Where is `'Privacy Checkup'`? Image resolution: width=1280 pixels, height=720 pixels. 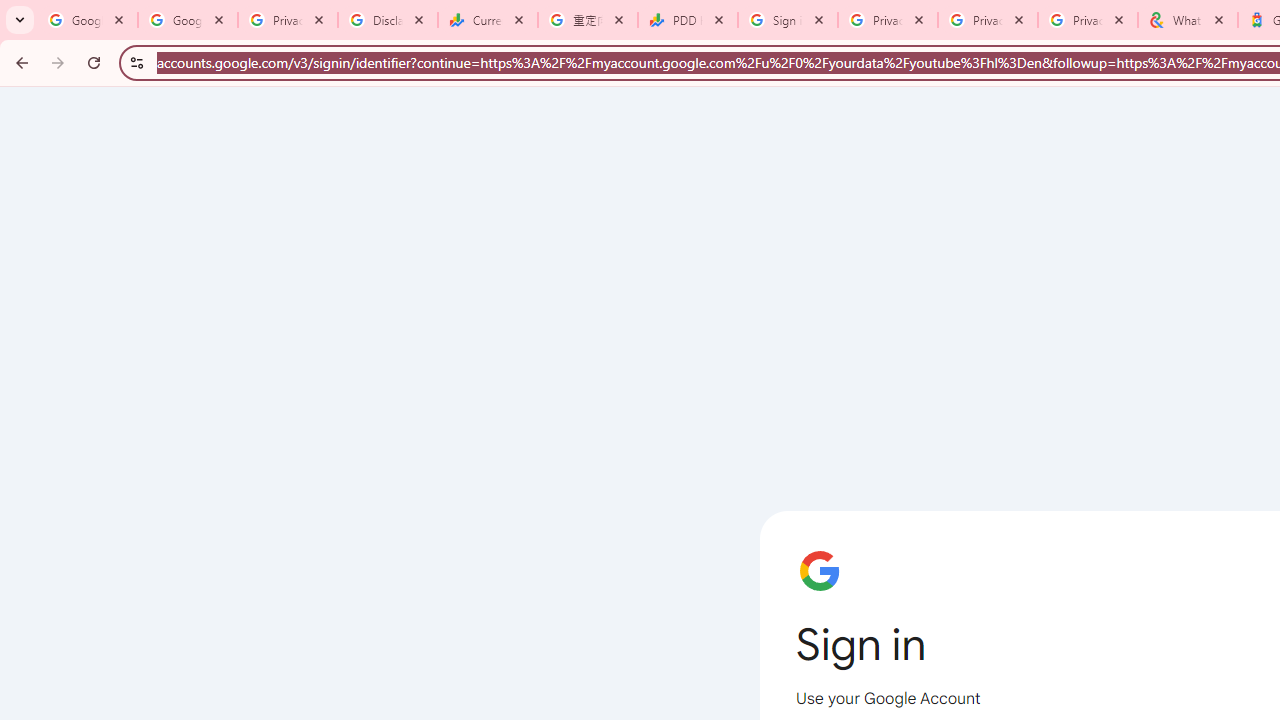
'Privacy Checkup' is located at coordinates (1087, 20).